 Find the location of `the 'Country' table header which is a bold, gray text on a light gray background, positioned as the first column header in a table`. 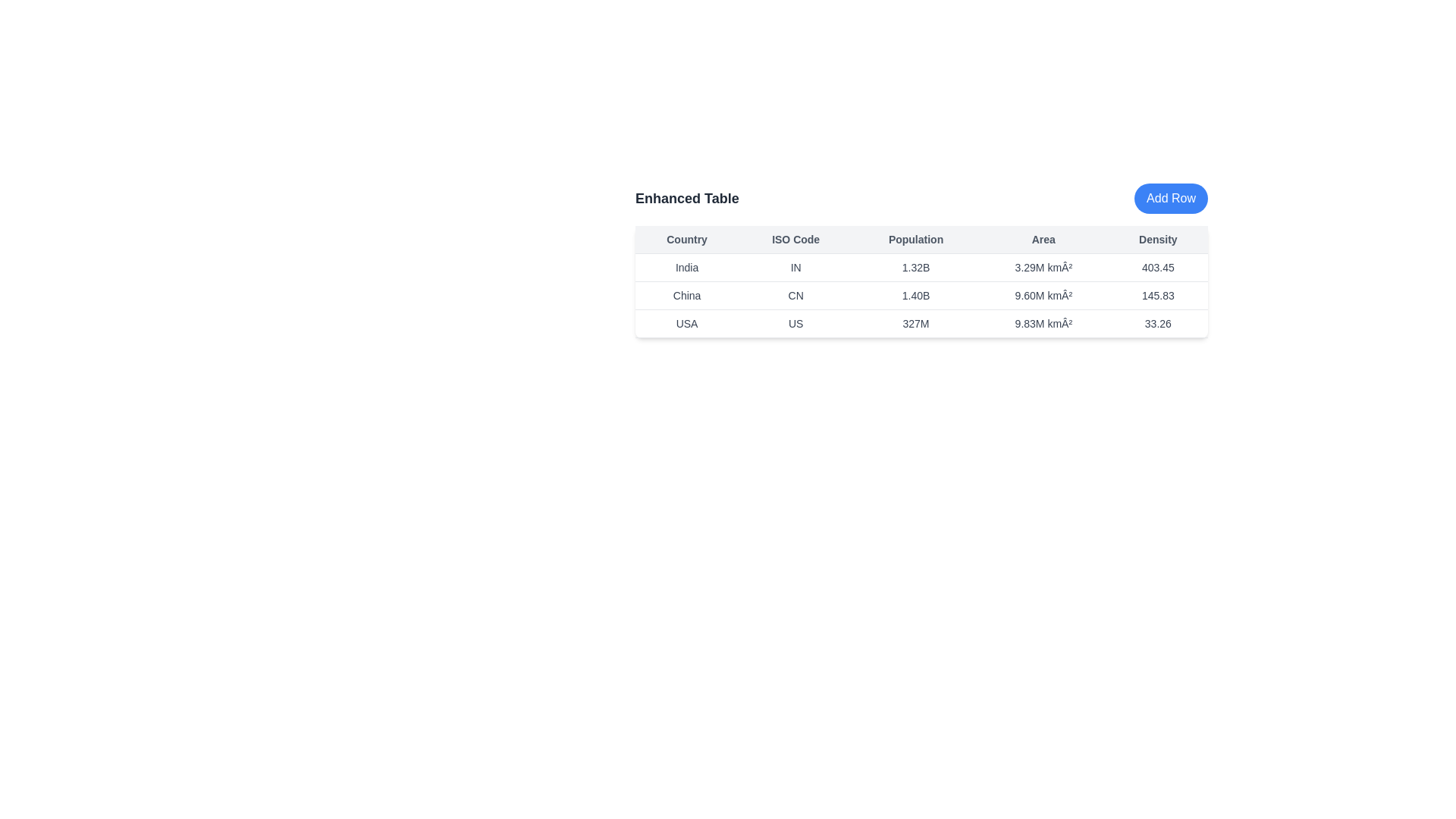

the 'Country' table header which is a bold, gray text on a light gray background, positioned as the first column header in a table is located at coordinates (686, 239).